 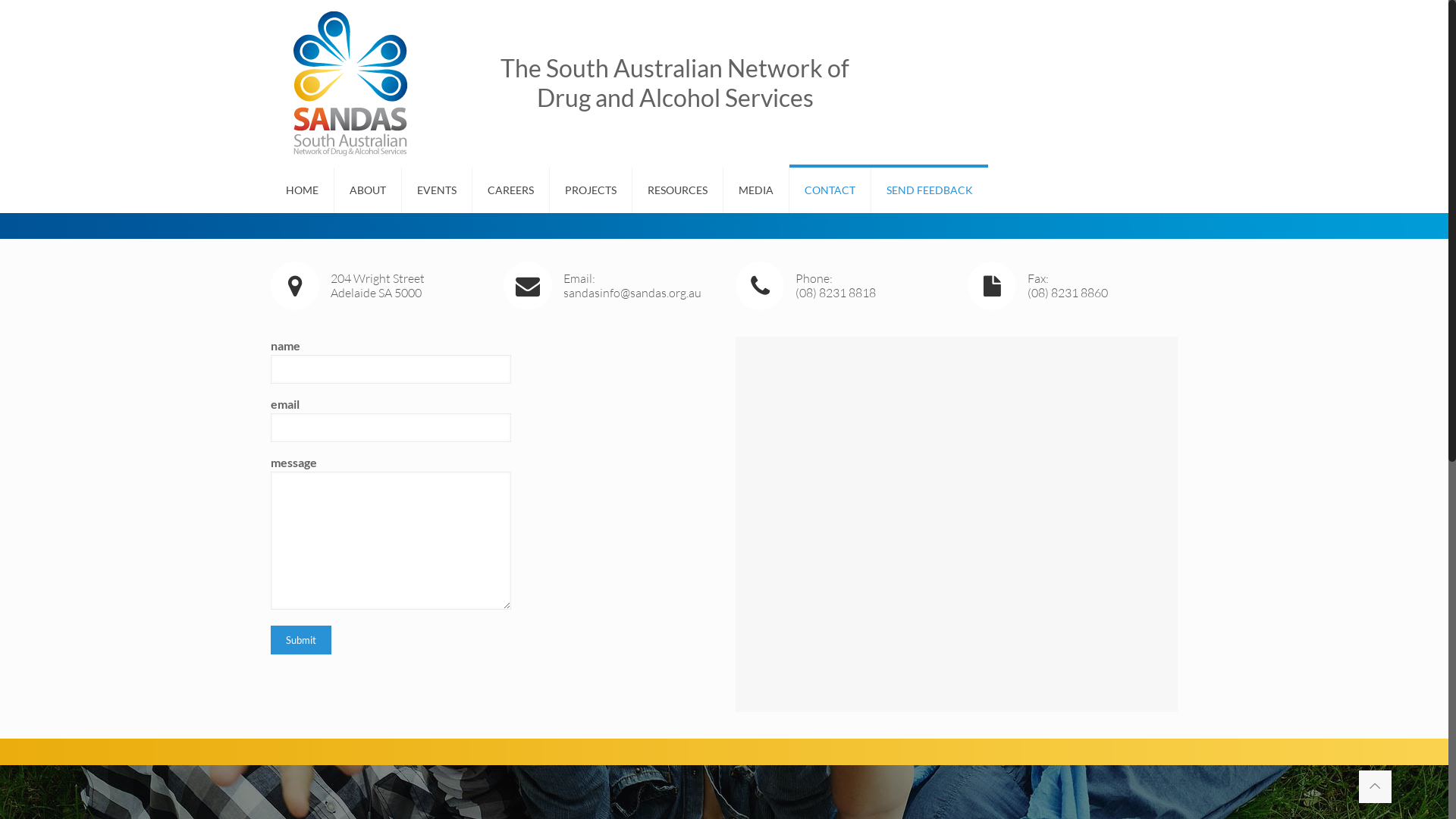 I want to click on 'HOME', so click(x=302, y=189).